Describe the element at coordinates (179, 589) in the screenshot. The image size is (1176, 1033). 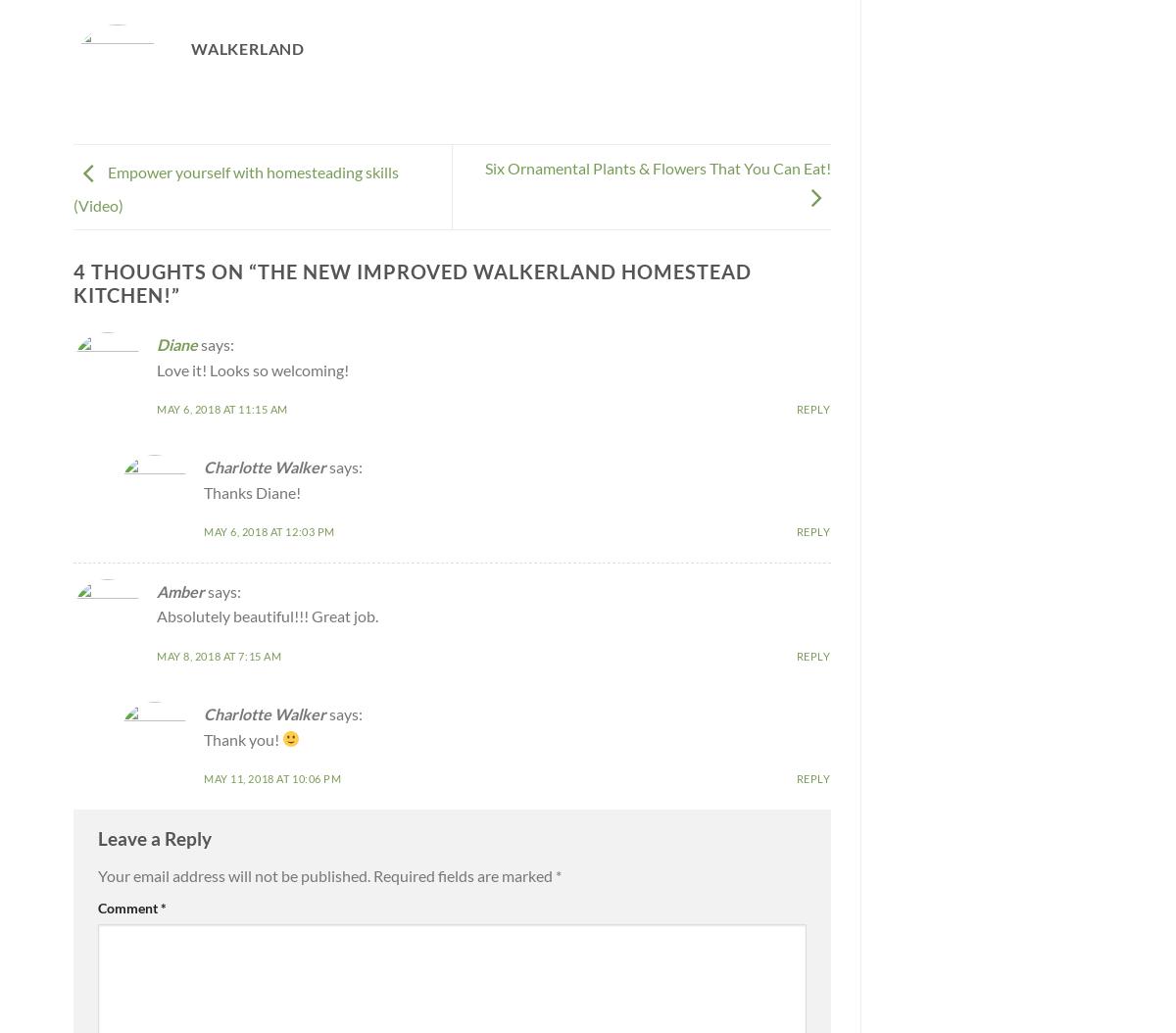
I see `'Amber'` at that location.